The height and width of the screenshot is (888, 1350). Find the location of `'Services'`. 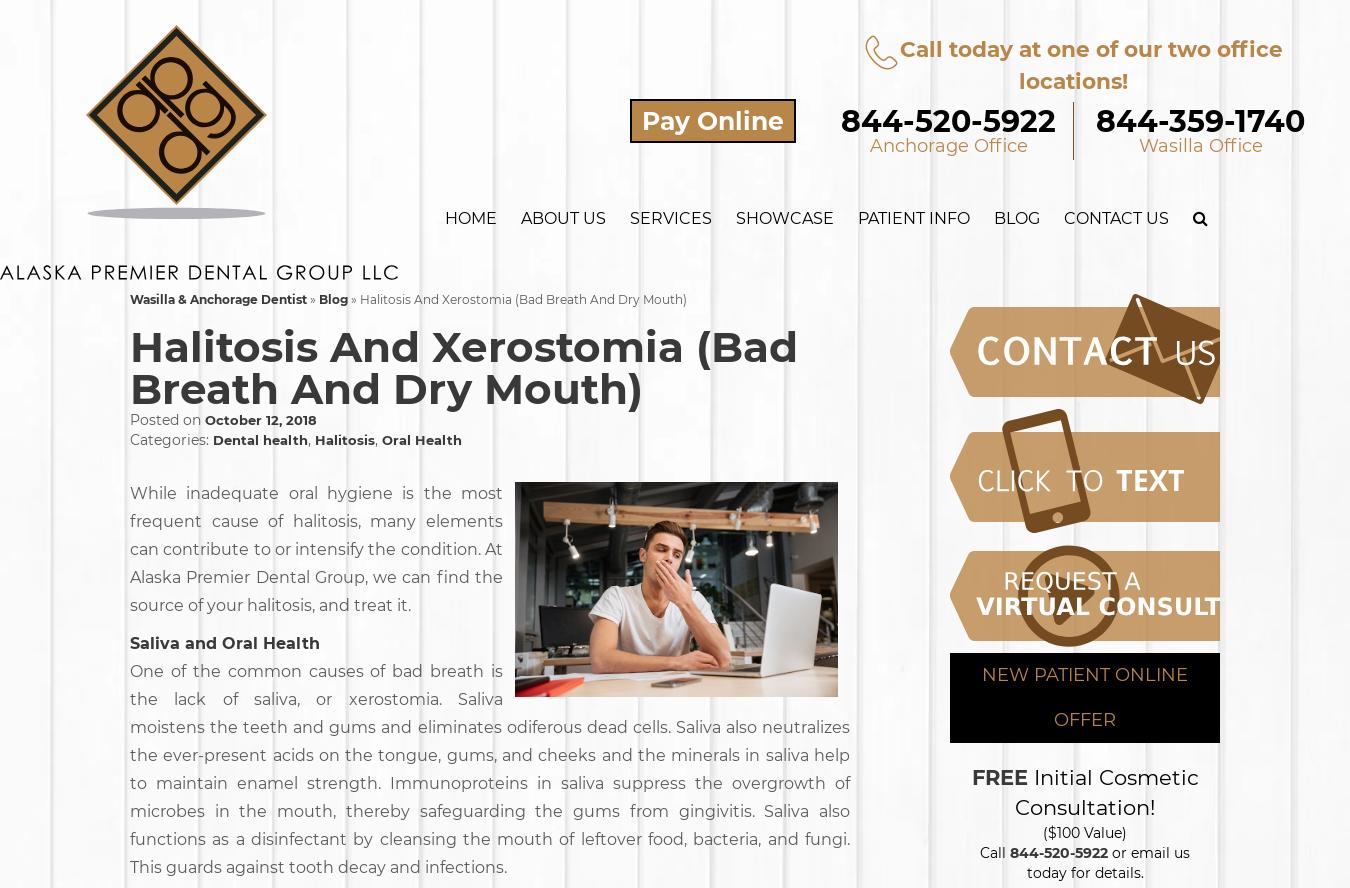

'Services' is located at coordinates (670, 217).